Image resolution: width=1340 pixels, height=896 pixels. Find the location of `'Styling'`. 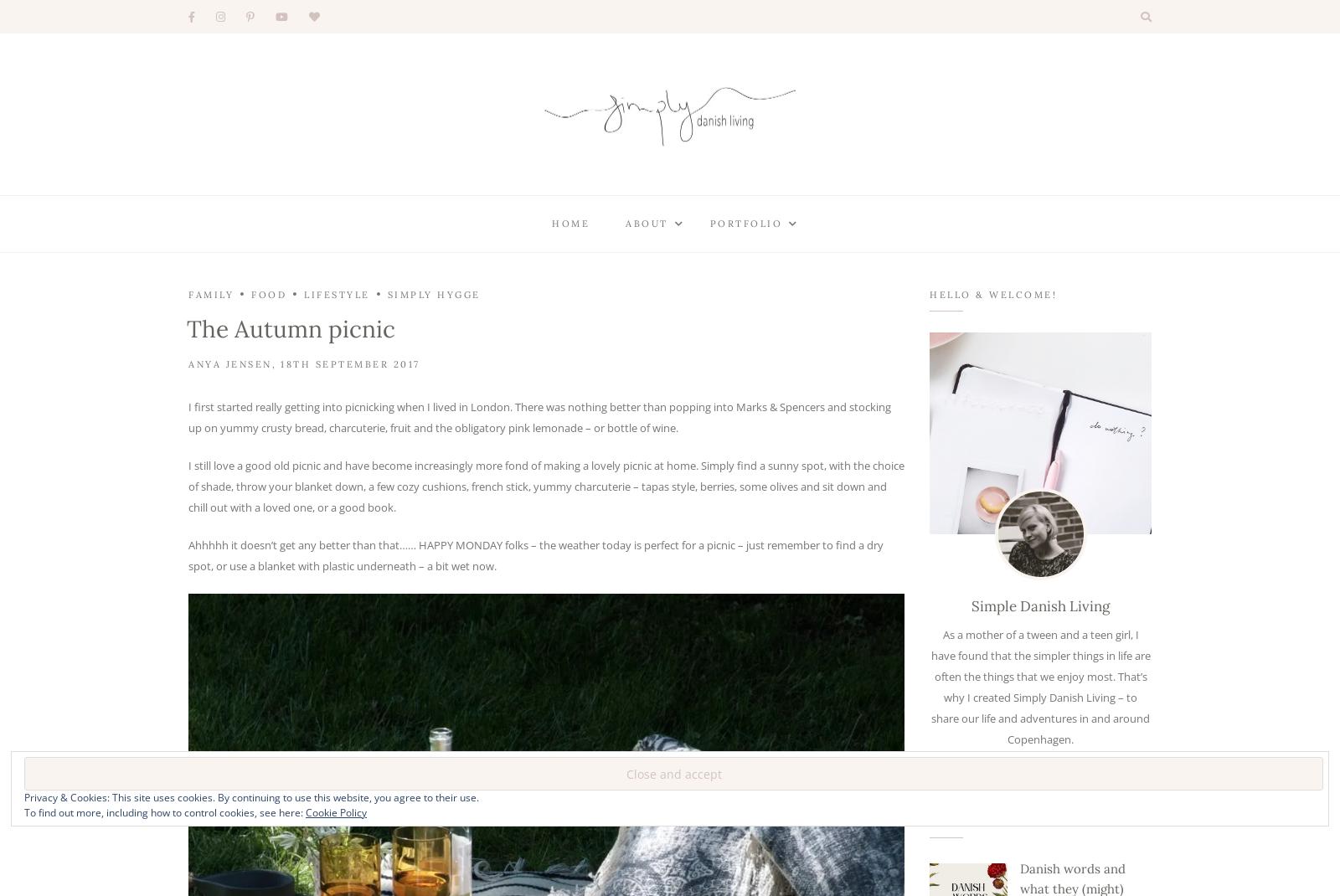

'Styling' is located at coordinates (729, 292).